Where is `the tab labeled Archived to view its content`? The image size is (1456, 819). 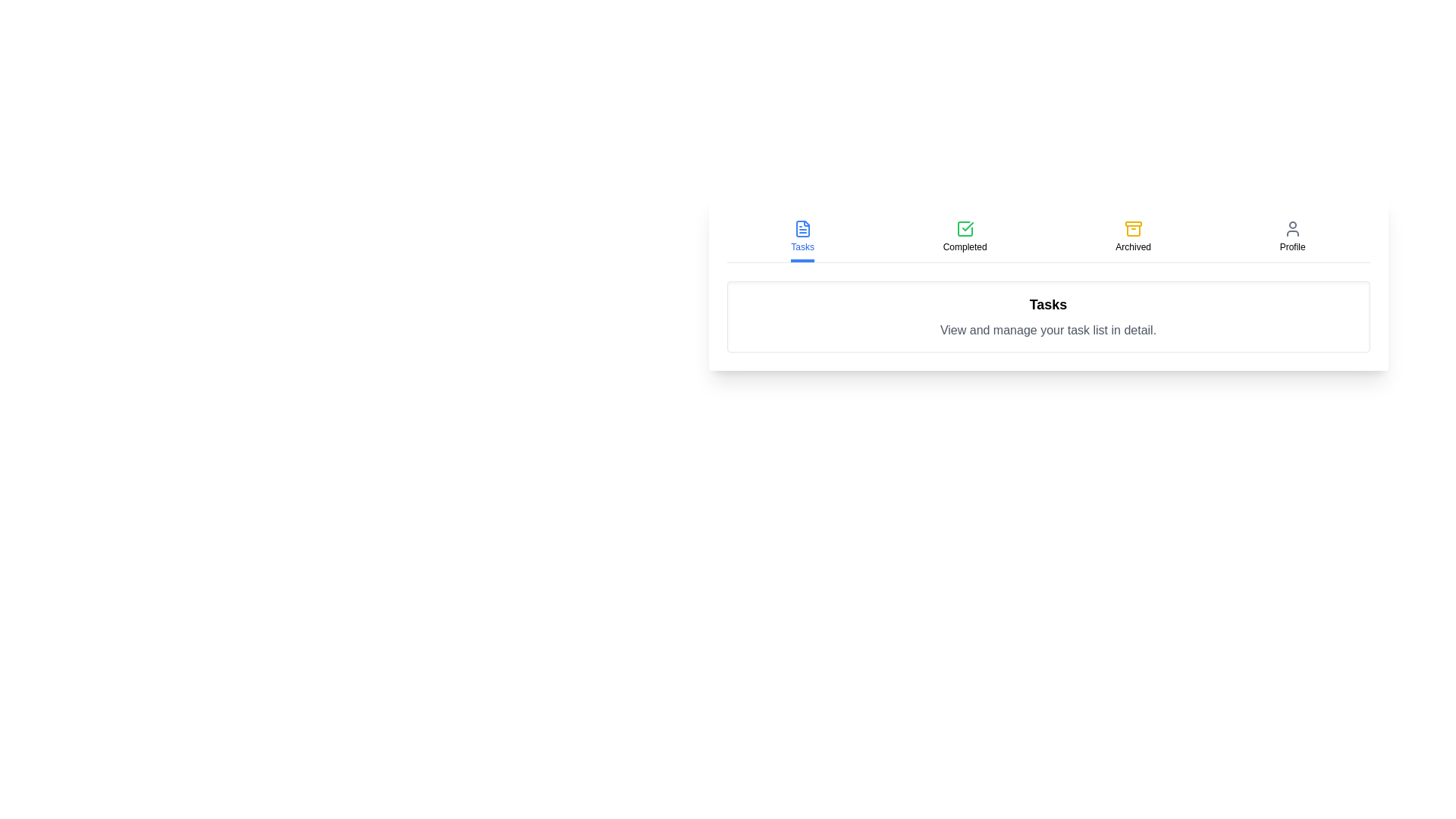 the tab labeled Archived to view its content is located at coordinates (1133, 237).